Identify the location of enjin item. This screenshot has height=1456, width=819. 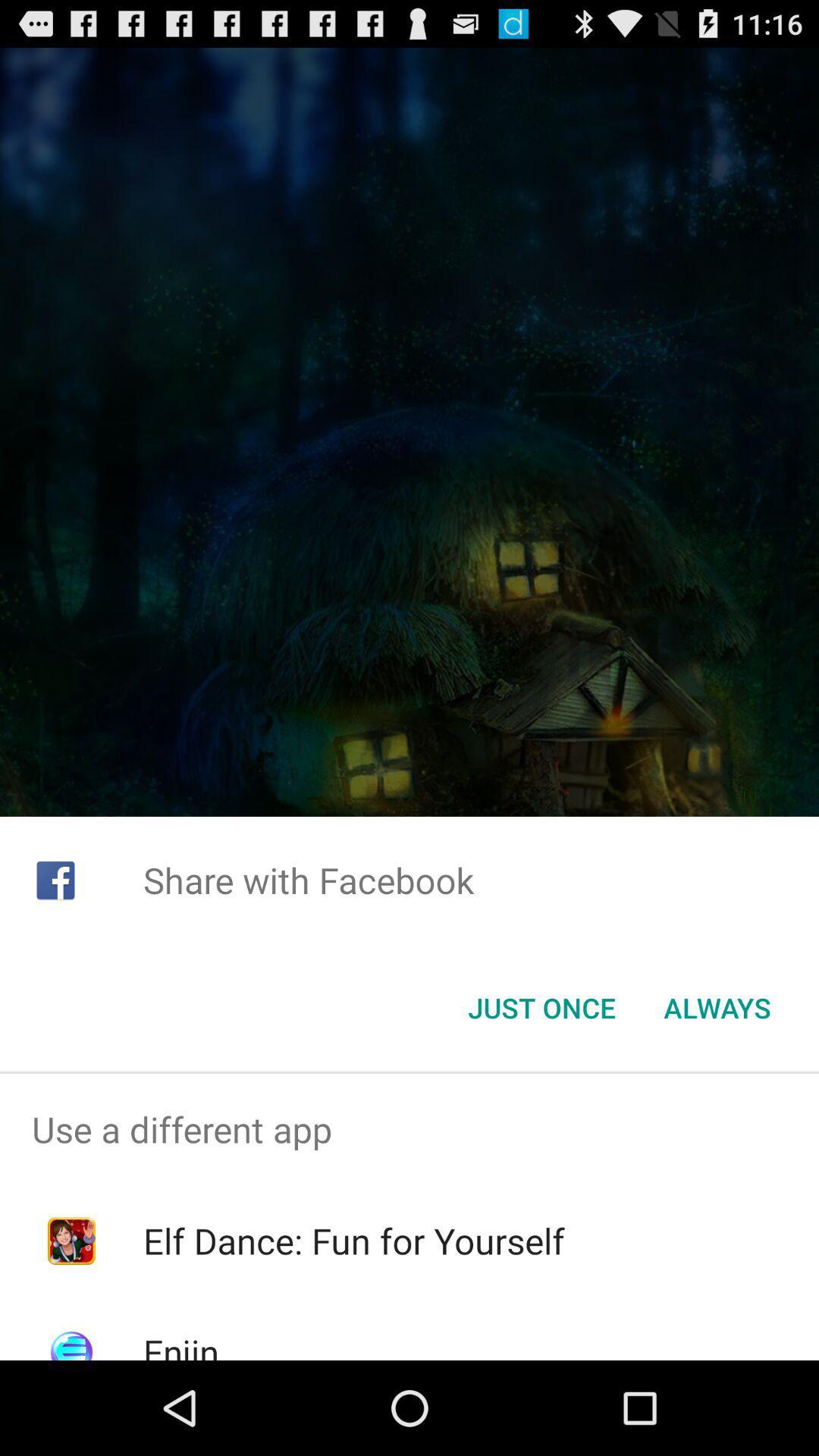
(180, 1344).